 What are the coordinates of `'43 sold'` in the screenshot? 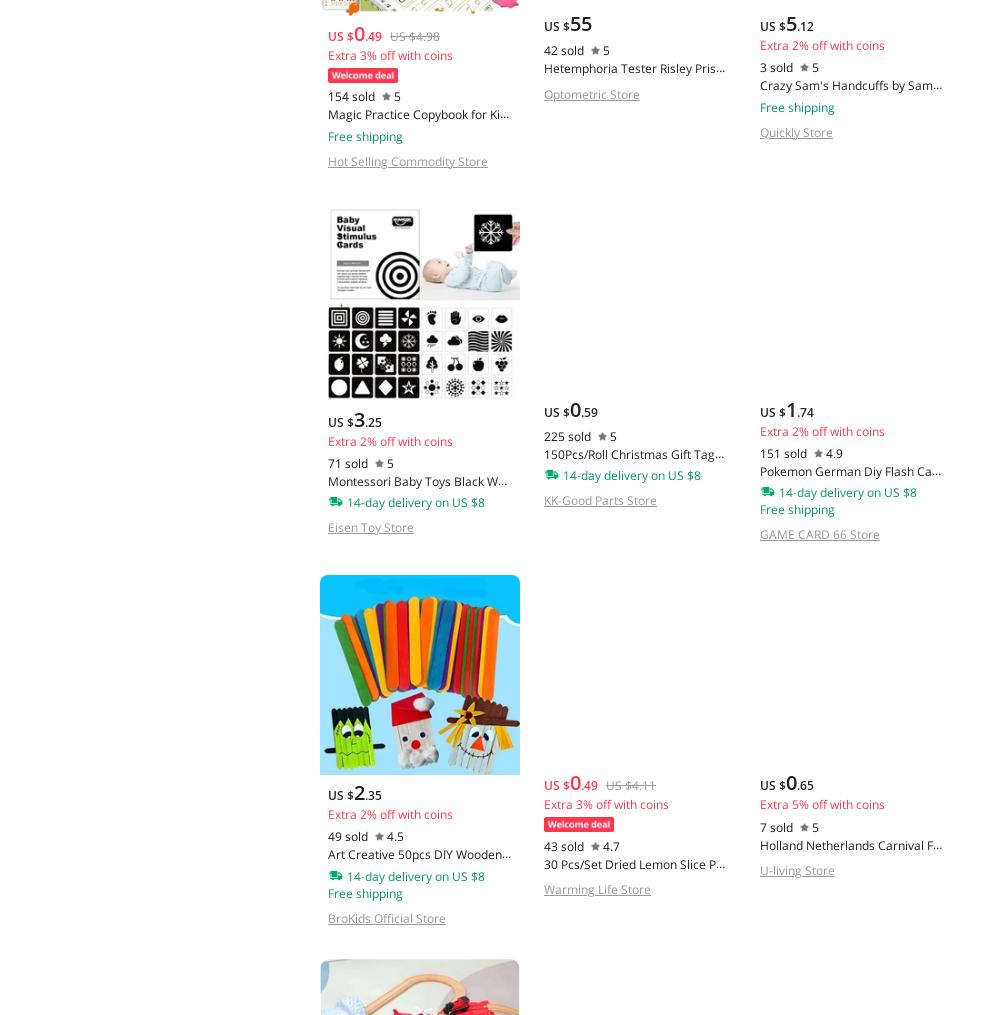 It's located at (543, 845).